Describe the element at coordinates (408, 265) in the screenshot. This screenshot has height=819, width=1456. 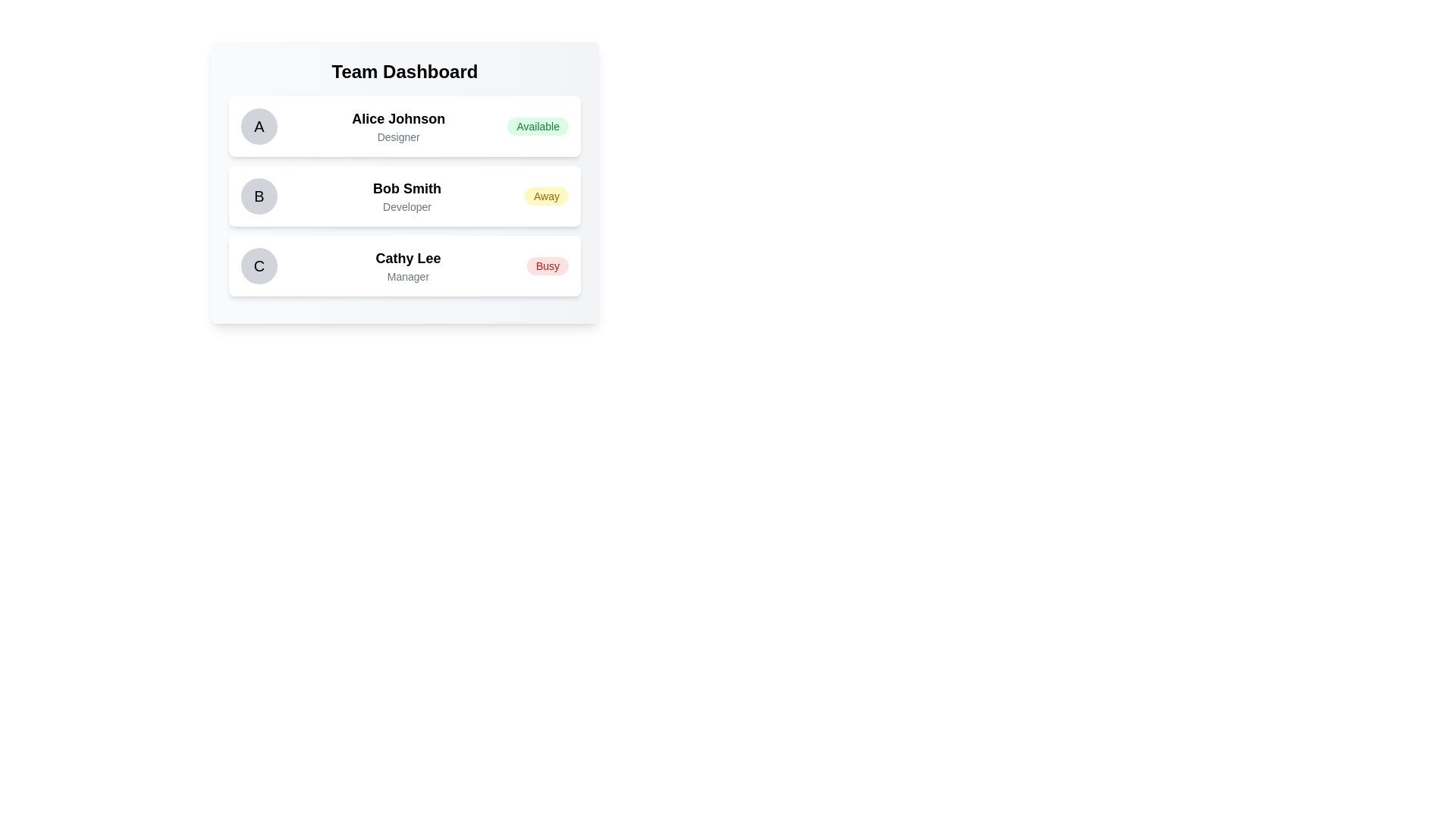
I see `the Text Label that provides the name and role of a team member, located in the third card of the vertical list, positioned below 'Bob Smith' and aligned with the circular avatar marked 'C' and the 'Busy' status indicator` at that location.